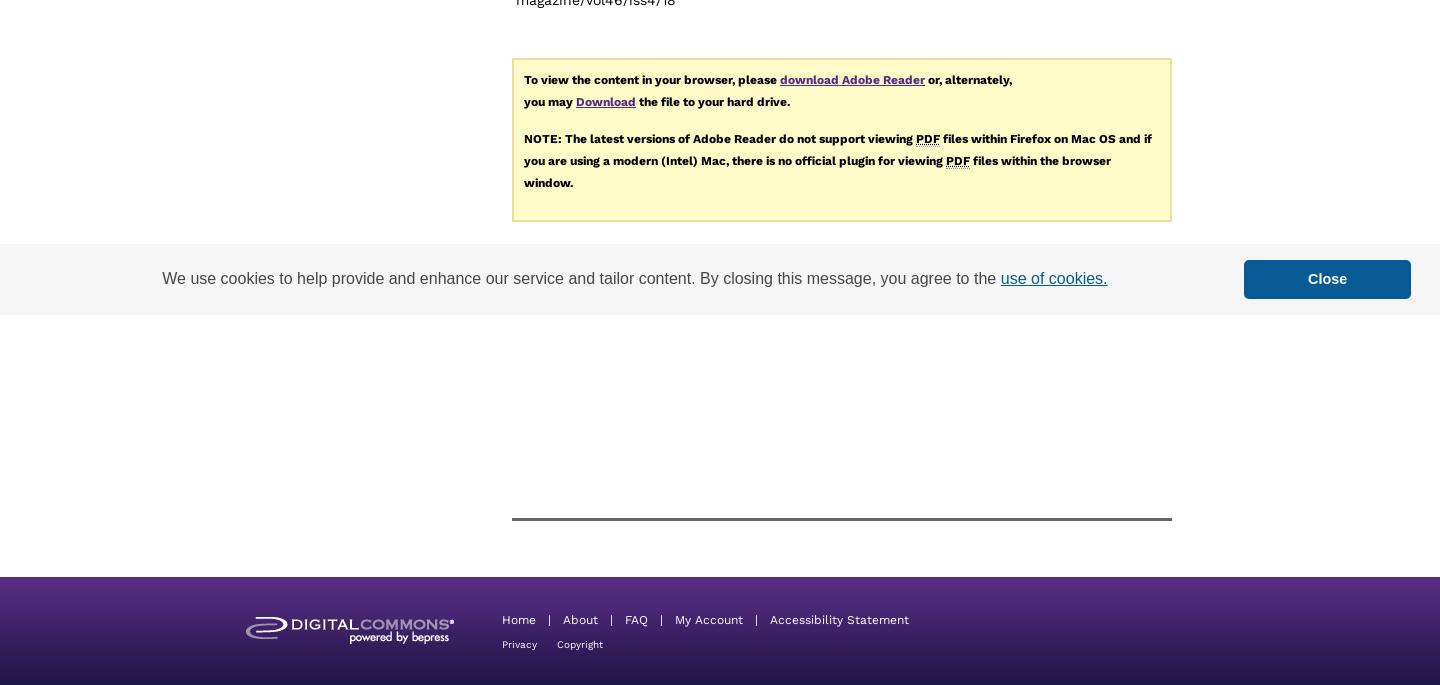  Describe the element at coordinates (523, 80) in the screenshot. I see `'To view the content in your browser, please'` at that location.